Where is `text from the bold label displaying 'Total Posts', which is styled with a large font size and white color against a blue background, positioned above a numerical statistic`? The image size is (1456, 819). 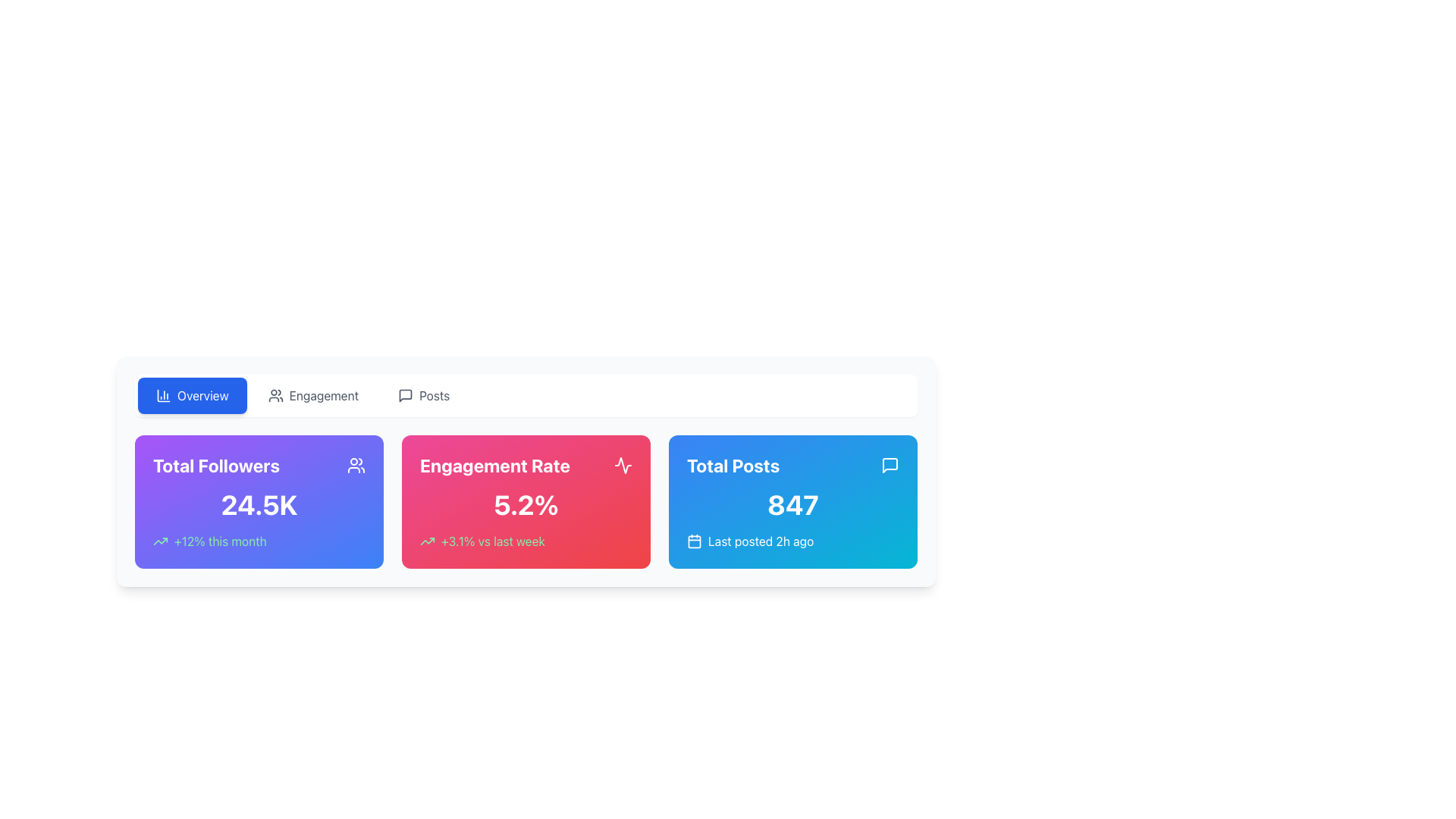 text from the bold label displaying 'Total Posts', which is styled with a large font size and white color against a blue background, positioned above a numerical statistic is located at coordinates (733, 464).